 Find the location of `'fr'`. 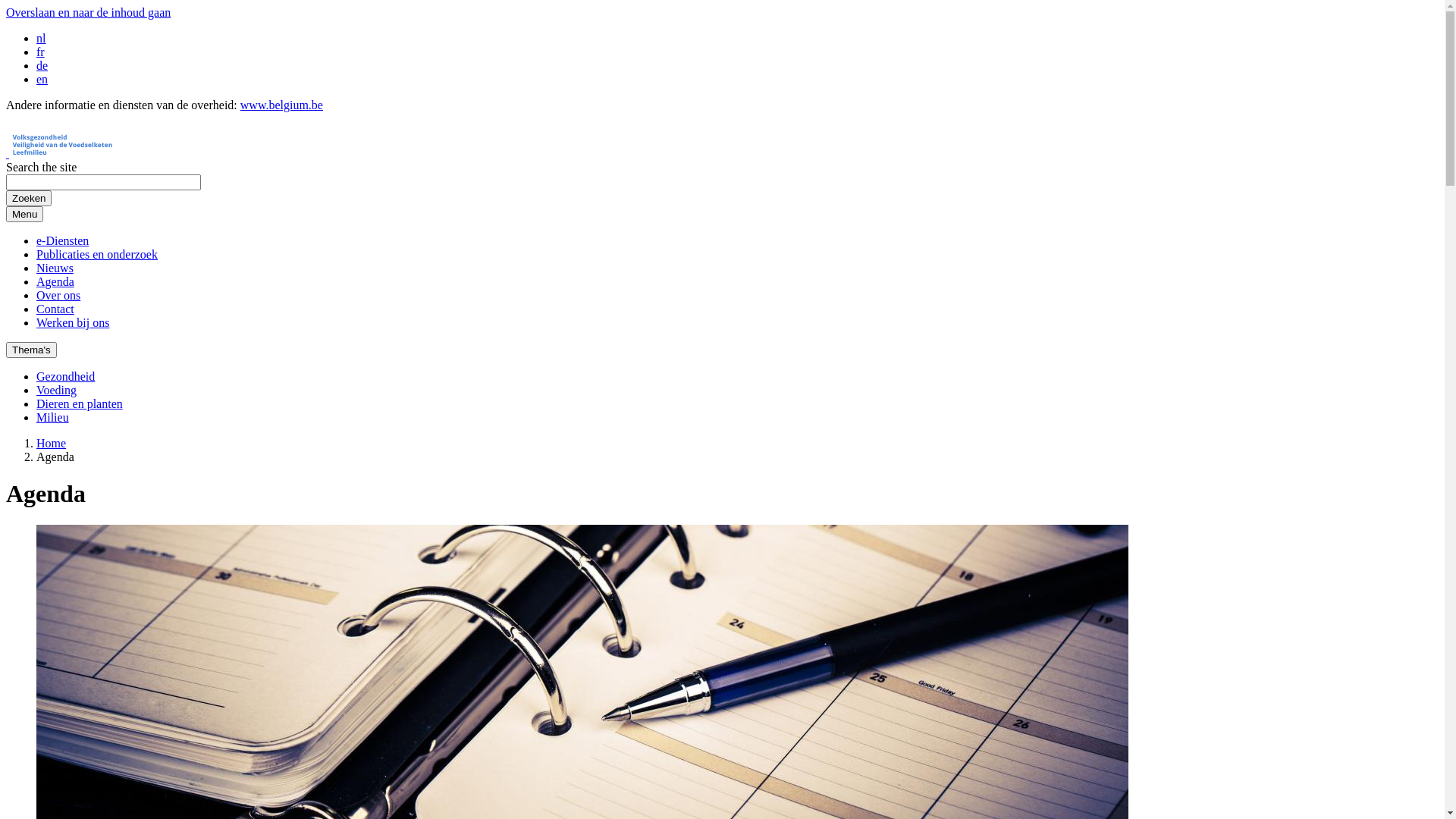

'fr' is located at coordinates (36, 51).